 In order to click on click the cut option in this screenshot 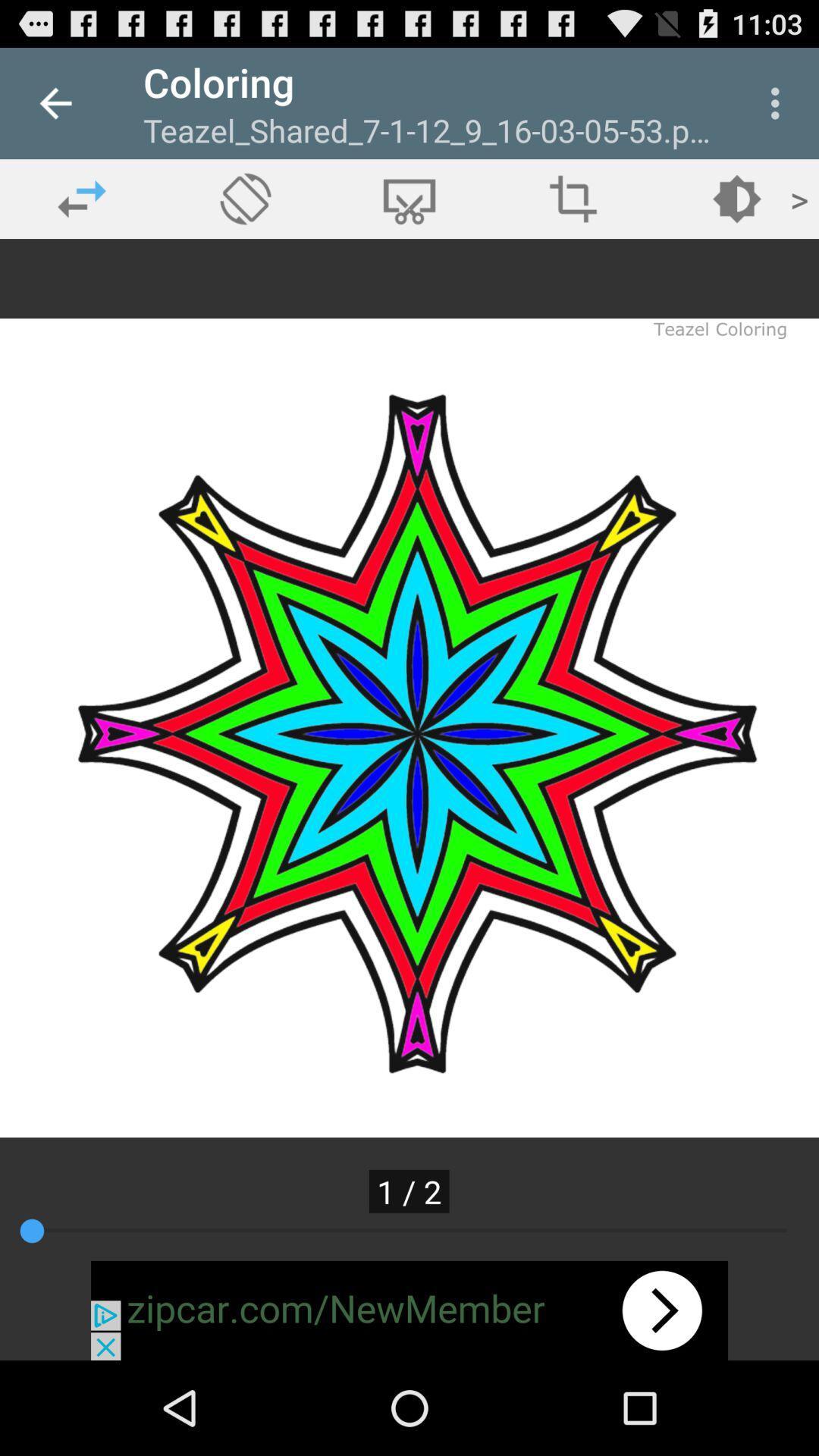, I will do `click(409, 198)`.